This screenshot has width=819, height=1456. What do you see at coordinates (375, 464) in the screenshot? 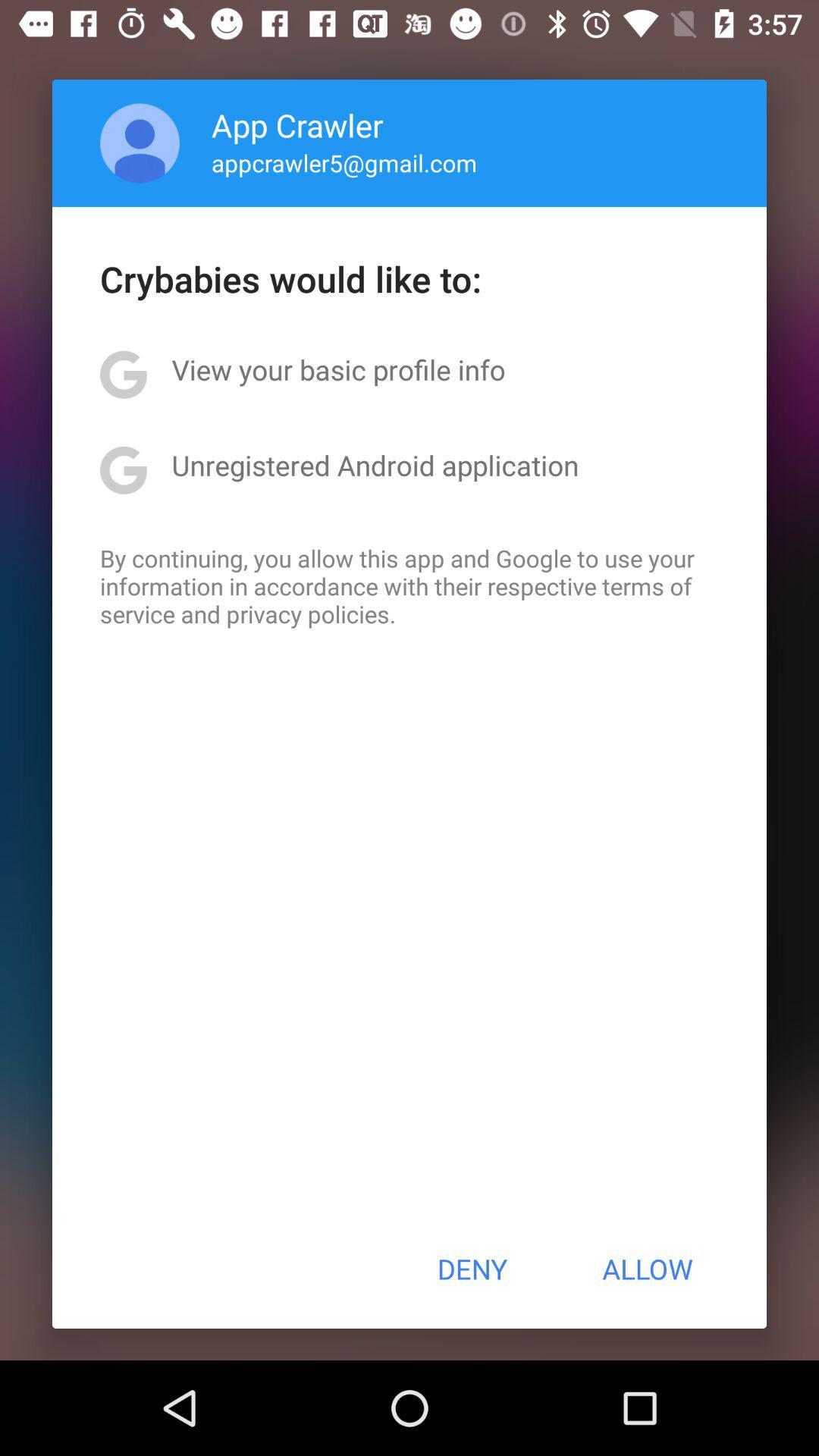
I see `icon below view your basic` at bounding box center [375, 464].